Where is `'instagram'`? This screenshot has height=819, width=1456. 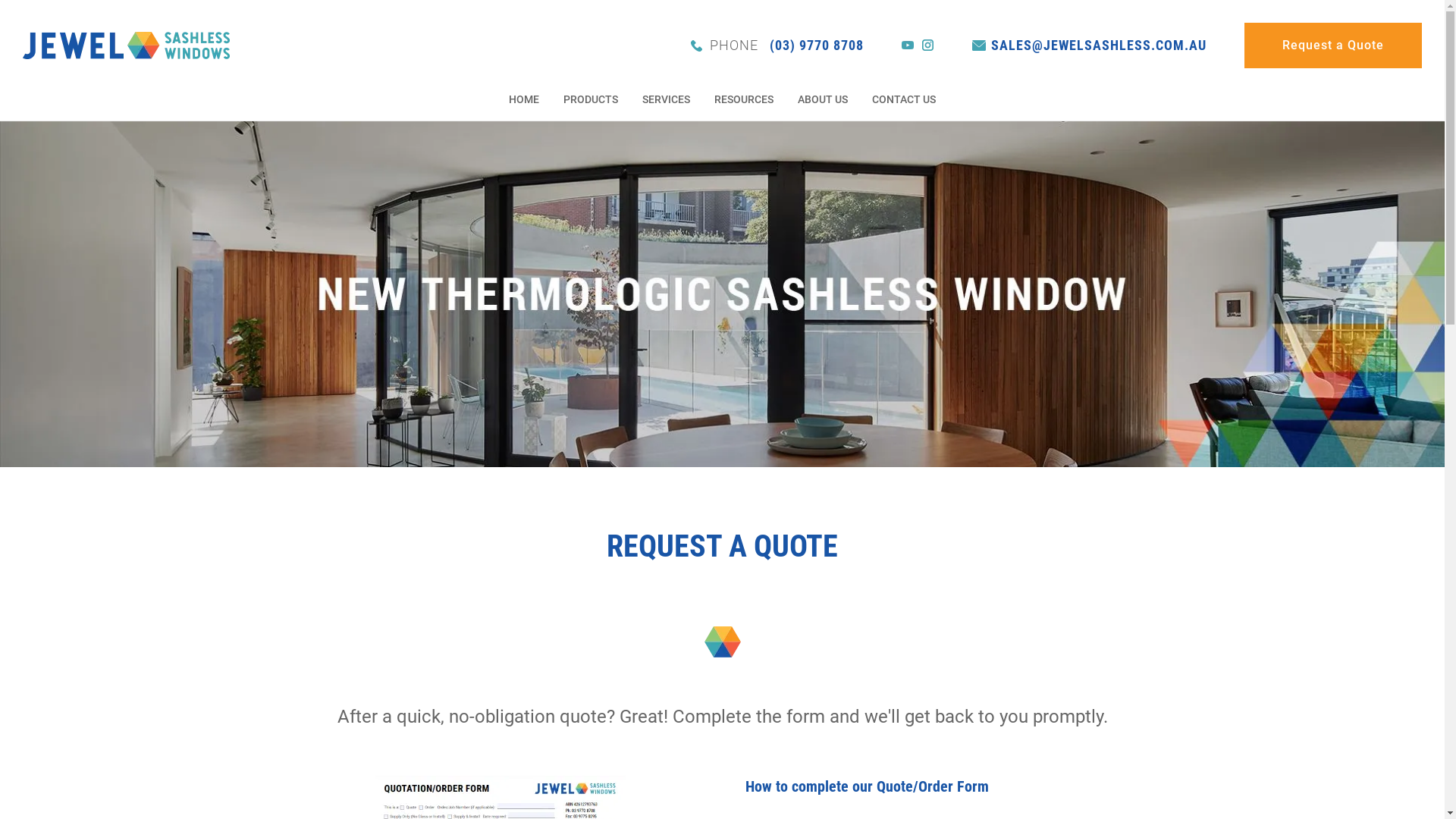
'instagram' is located at coordinates (927, 45).